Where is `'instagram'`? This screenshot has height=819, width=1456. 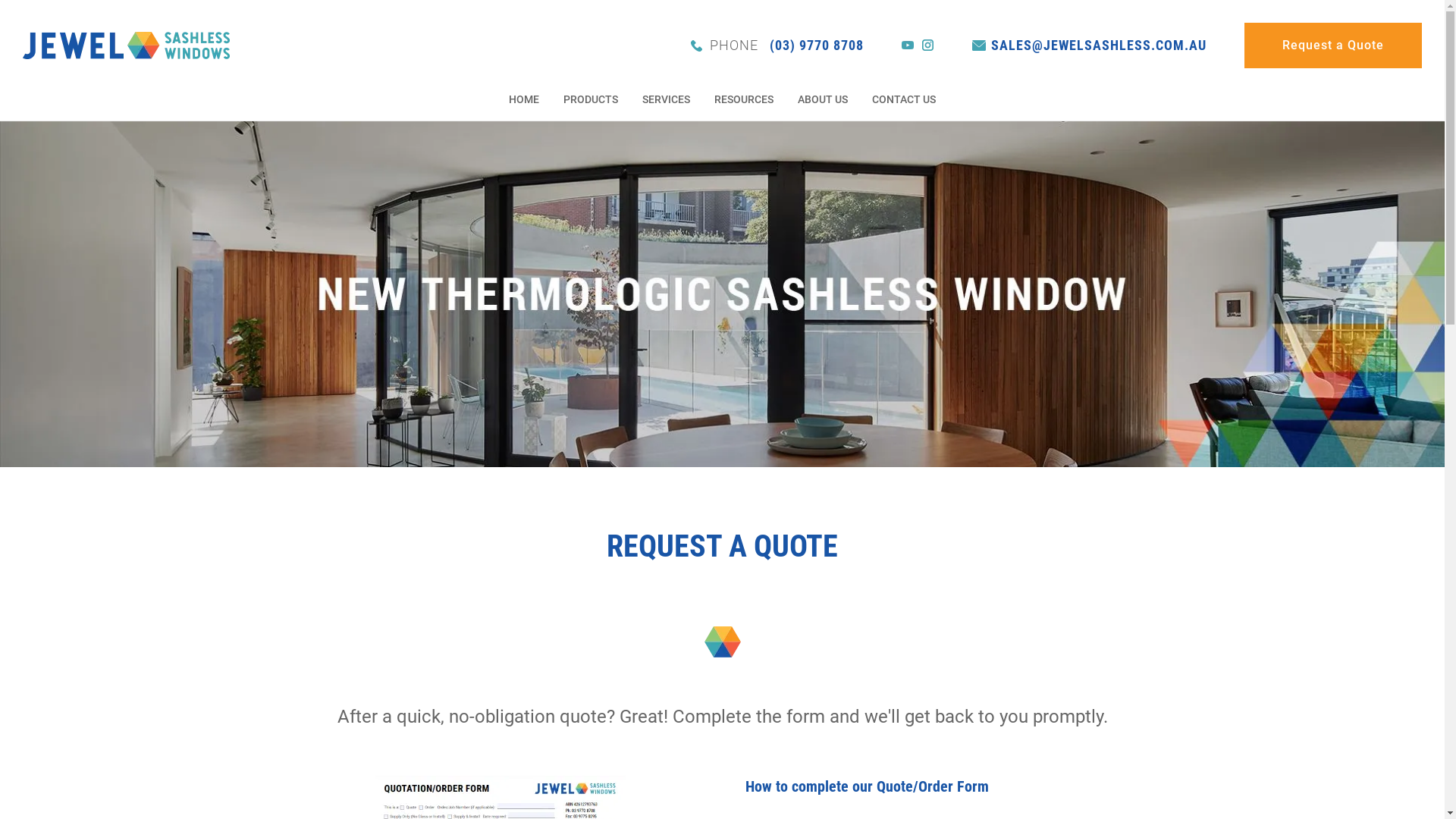
'instagram' is located at coordinates (927, 45).